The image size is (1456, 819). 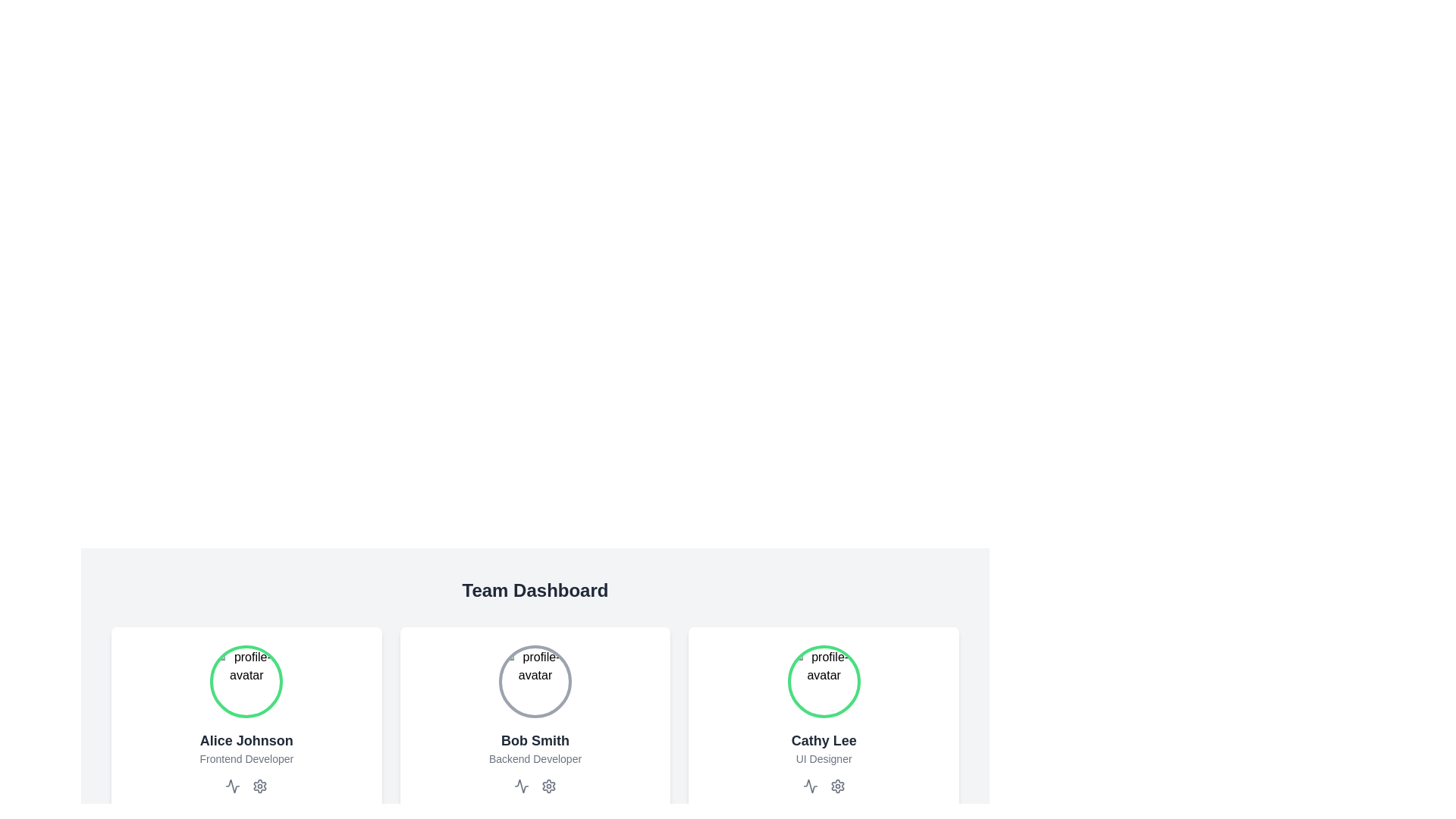 What do you see at coordinates (535, 759) in the screenshot?
I see `the text label reading 'Backend Developer' styled in light gray font, positioned below 'Bob Smith' in the Team Dashboard section` at bounding box center [535, 759].